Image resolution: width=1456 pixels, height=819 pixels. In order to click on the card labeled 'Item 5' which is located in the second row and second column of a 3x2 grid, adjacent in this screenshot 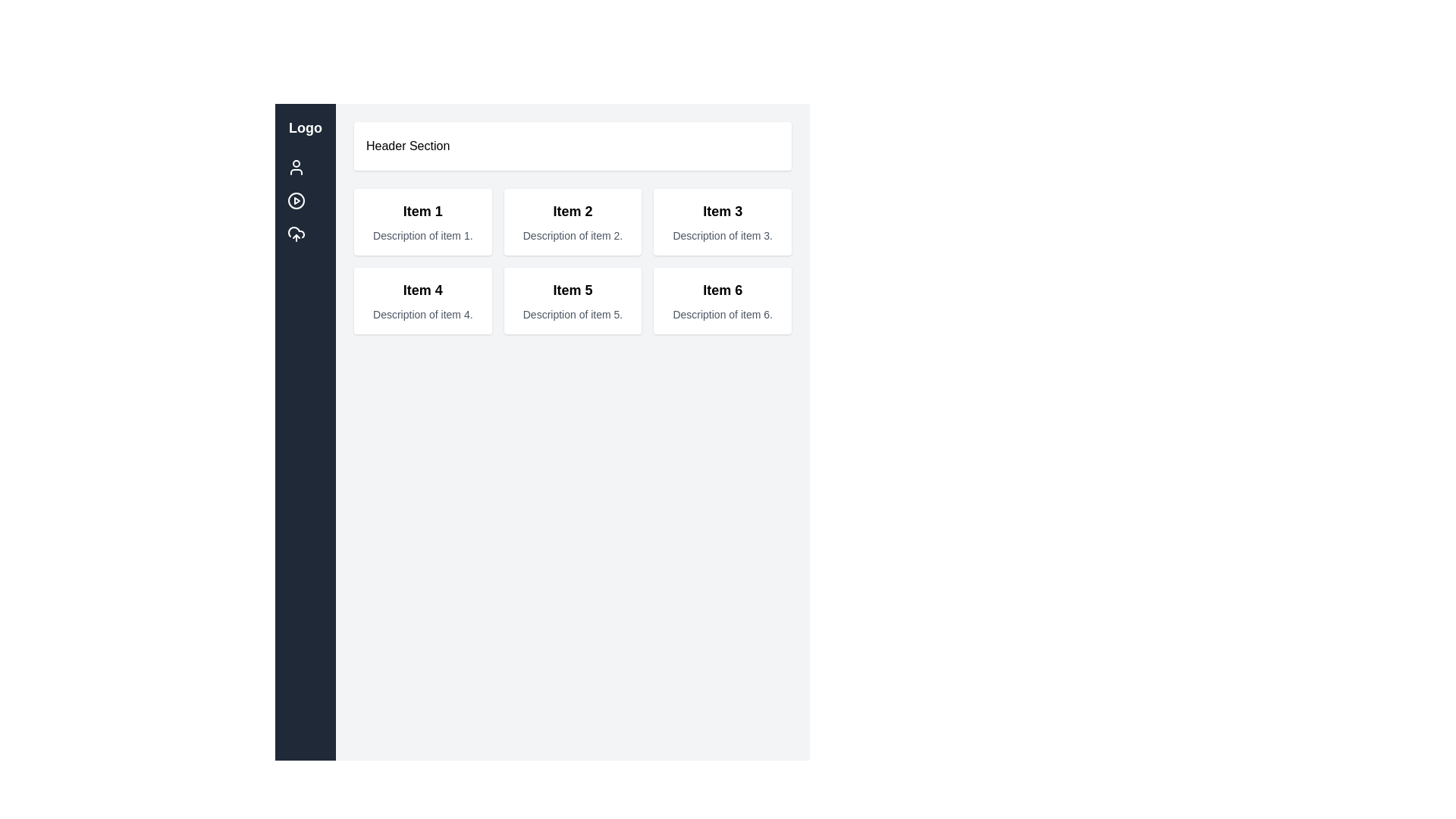, I will do `click(572, 301)`.